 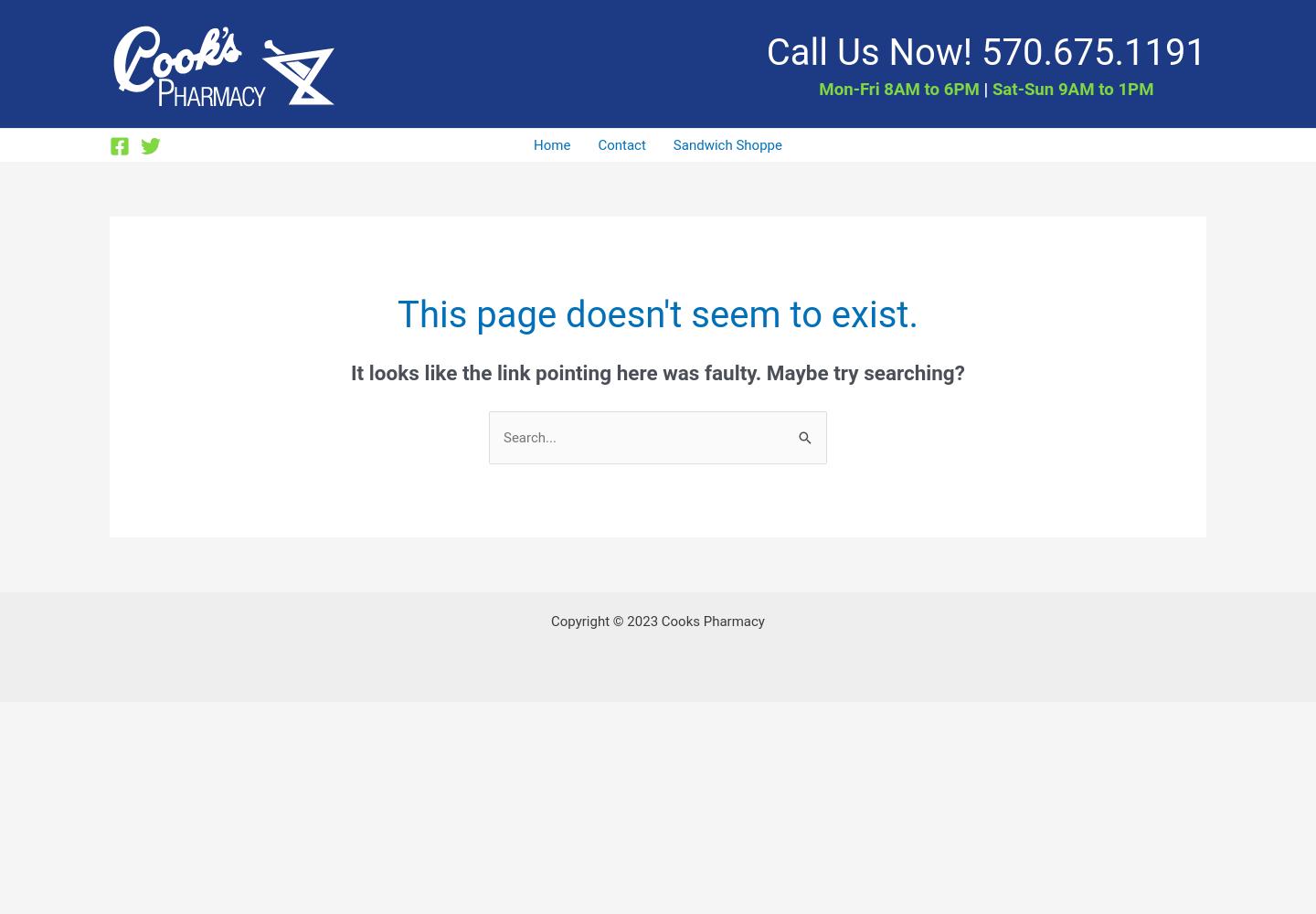 What do you see at coordinates (1094, 51) in the screenshot?
I see `'570.675.1191'` at bounding box center [1094, 51].